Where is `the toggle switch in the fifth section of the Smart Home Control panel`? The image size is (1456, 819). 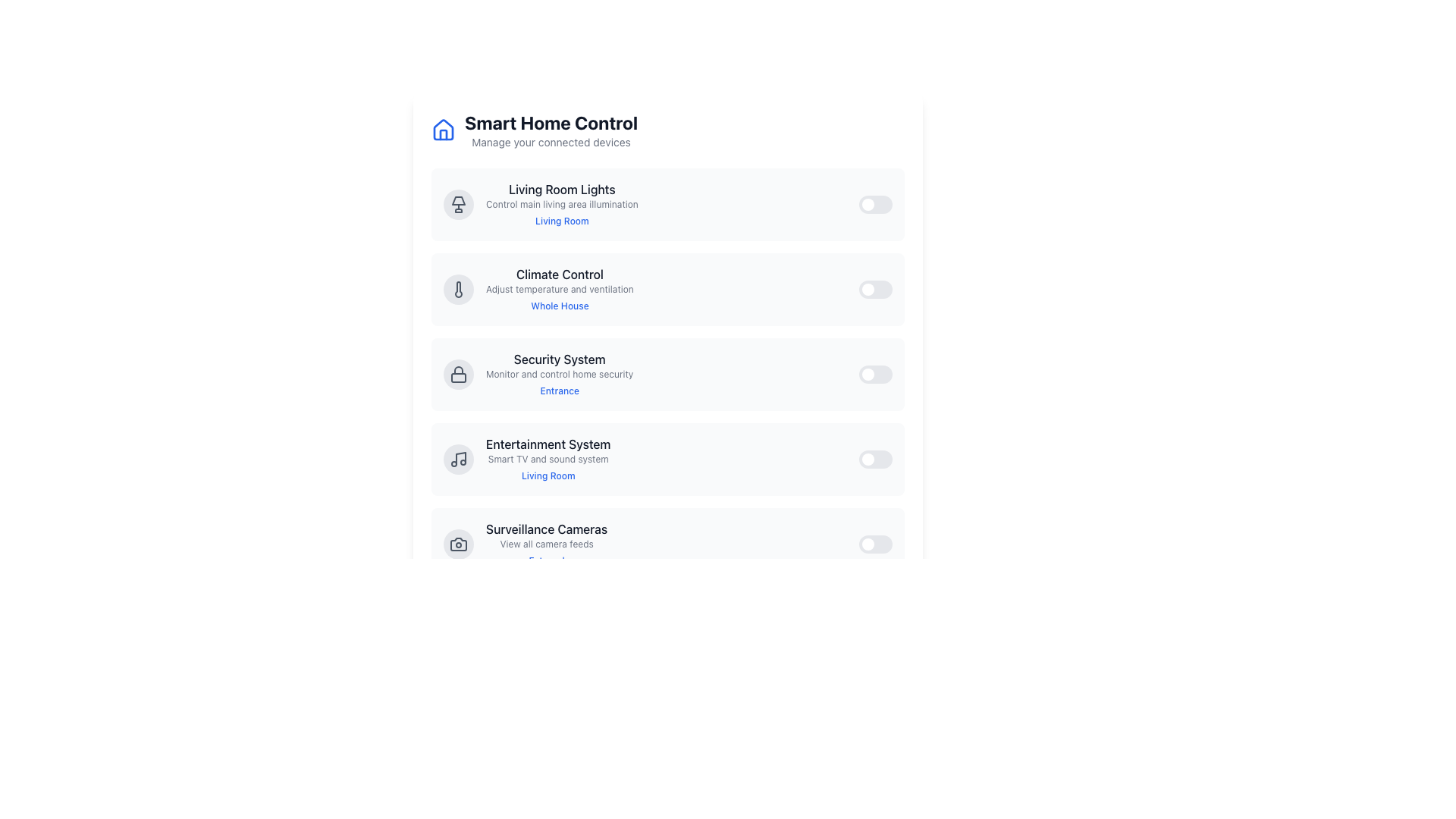 the toggle switch in the fifth section of the Smart Home Control panel is located at coordinates (667, 543).